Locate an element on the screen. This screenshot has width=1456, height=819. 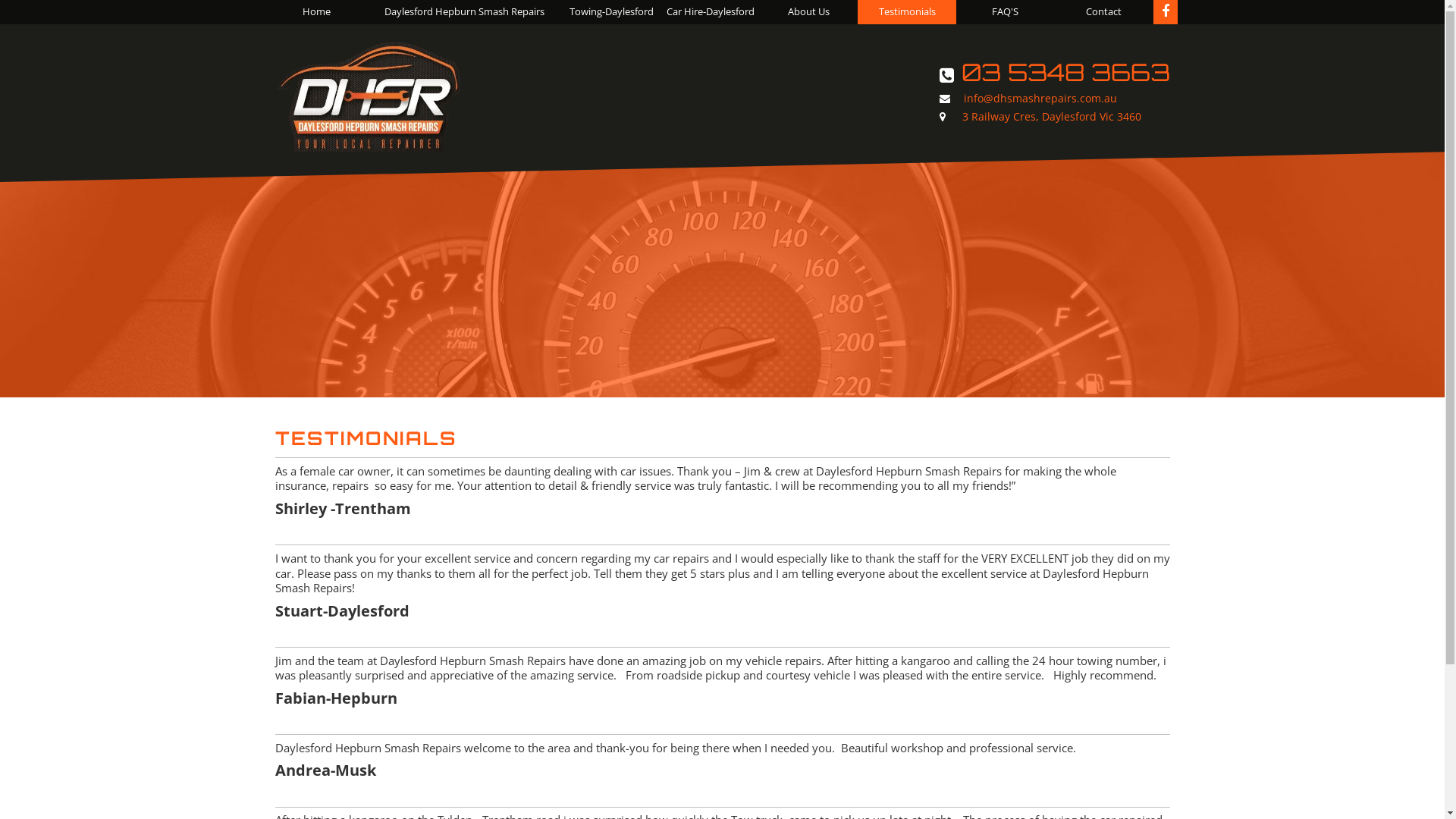
'Home' is located at coordinates (266, 11).